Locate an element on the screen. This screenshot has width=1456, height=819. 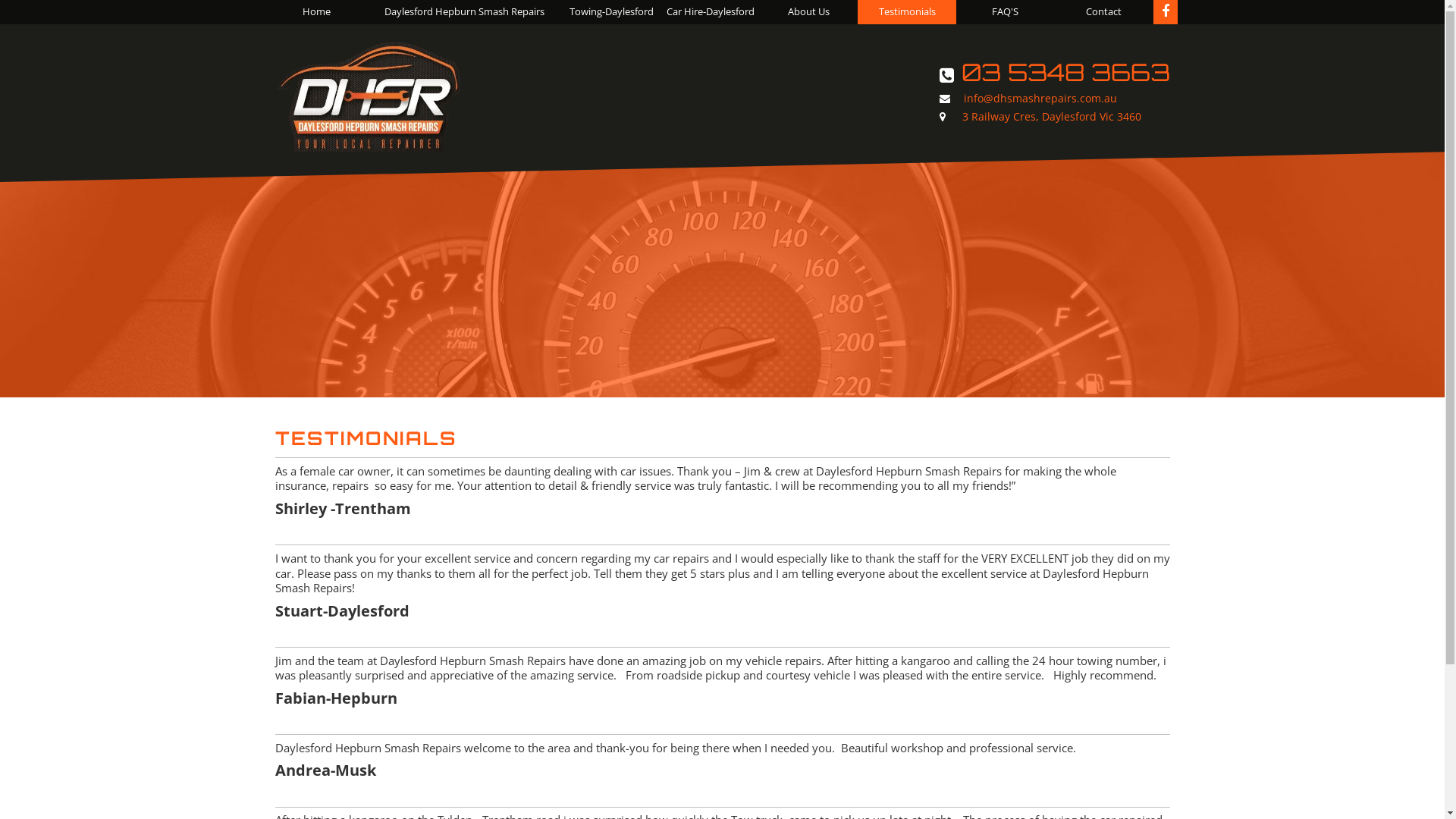
'Home' is located at coordinates (266, 11).